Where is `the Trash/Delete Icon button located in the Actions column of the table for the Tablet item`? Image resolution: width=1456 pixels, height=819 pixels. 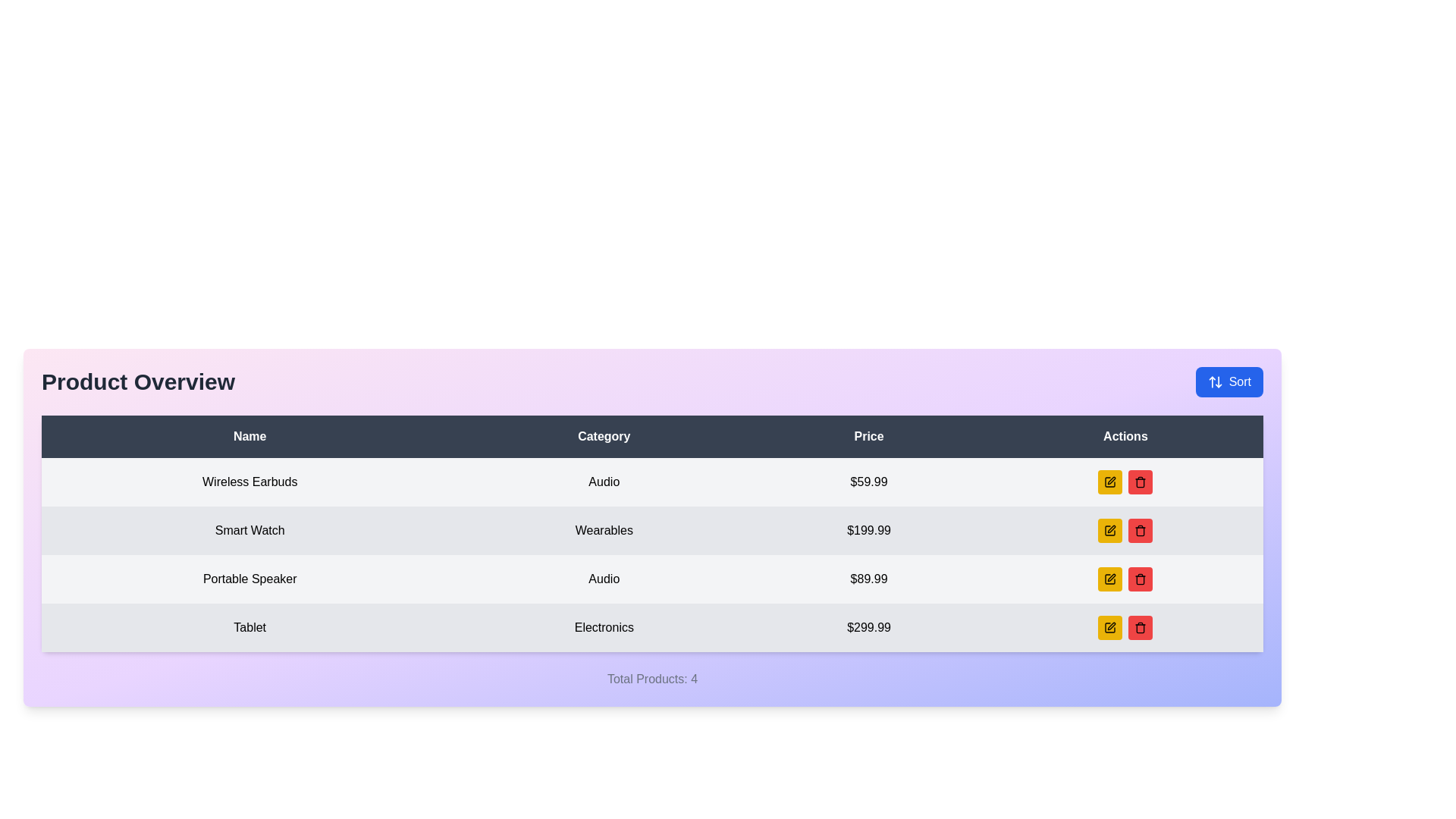 the Trash/Delete Icon button located in the Actions column of the table for the Tablet item is located at coordinates (1141, 579).